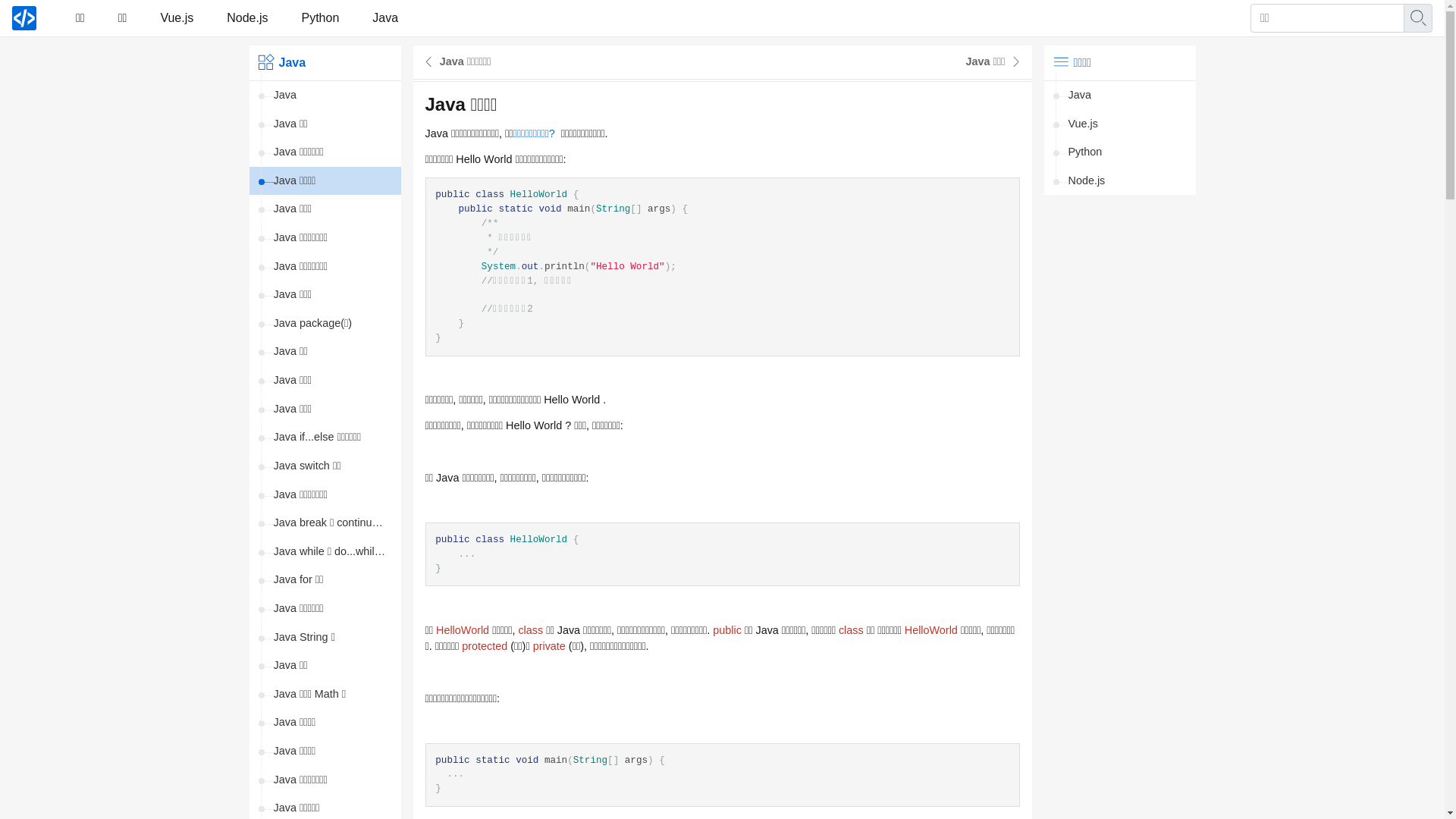  Describe the element at coordinates (247, 17) in the screenshot. I see `'Node.js'` at that location.